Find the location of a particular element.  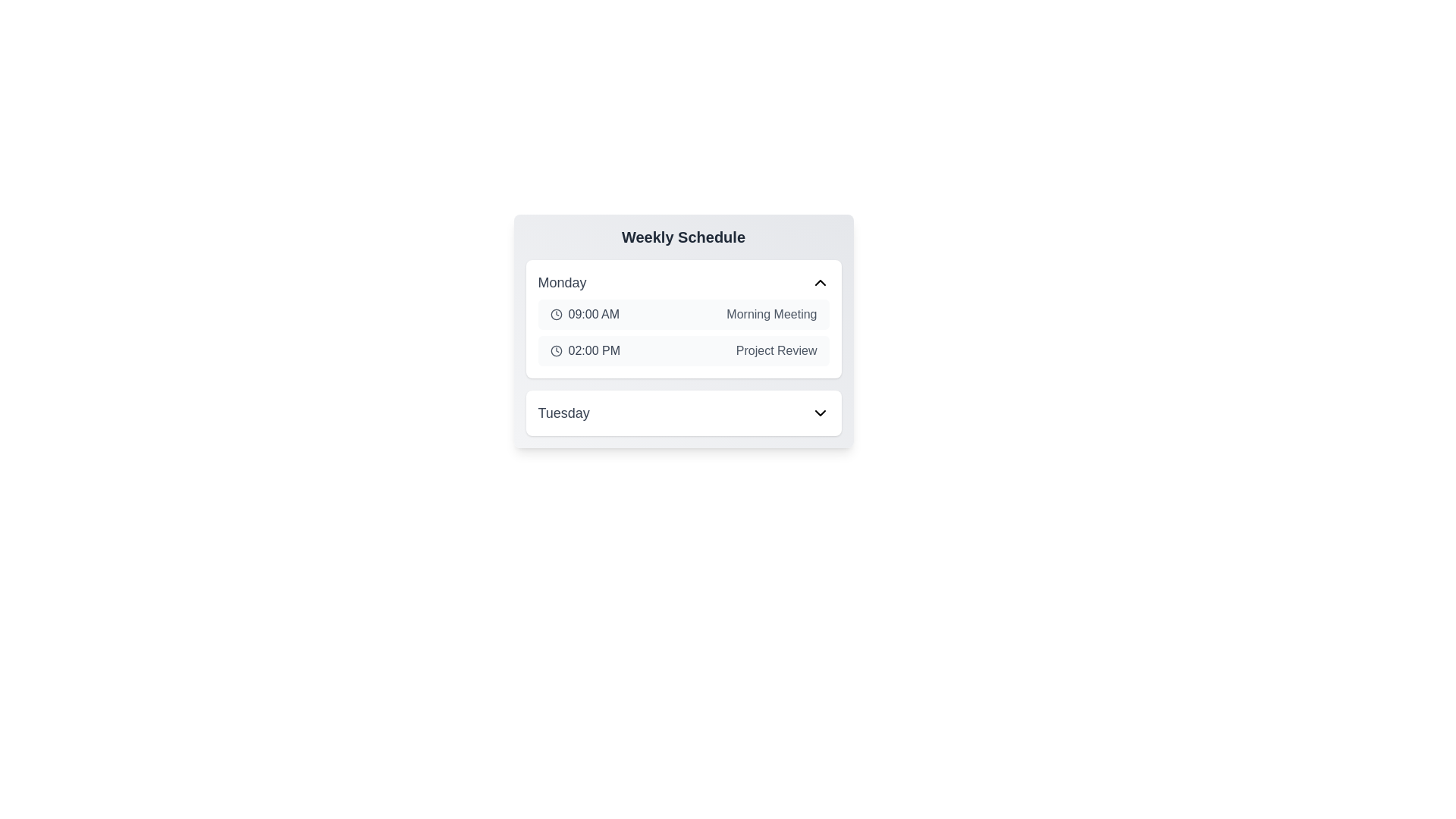

the Text Label with Icon displaying '09:00 AM' in the Monday schedule section of the Weekly Schedule card is located at coordinates (584, 314).